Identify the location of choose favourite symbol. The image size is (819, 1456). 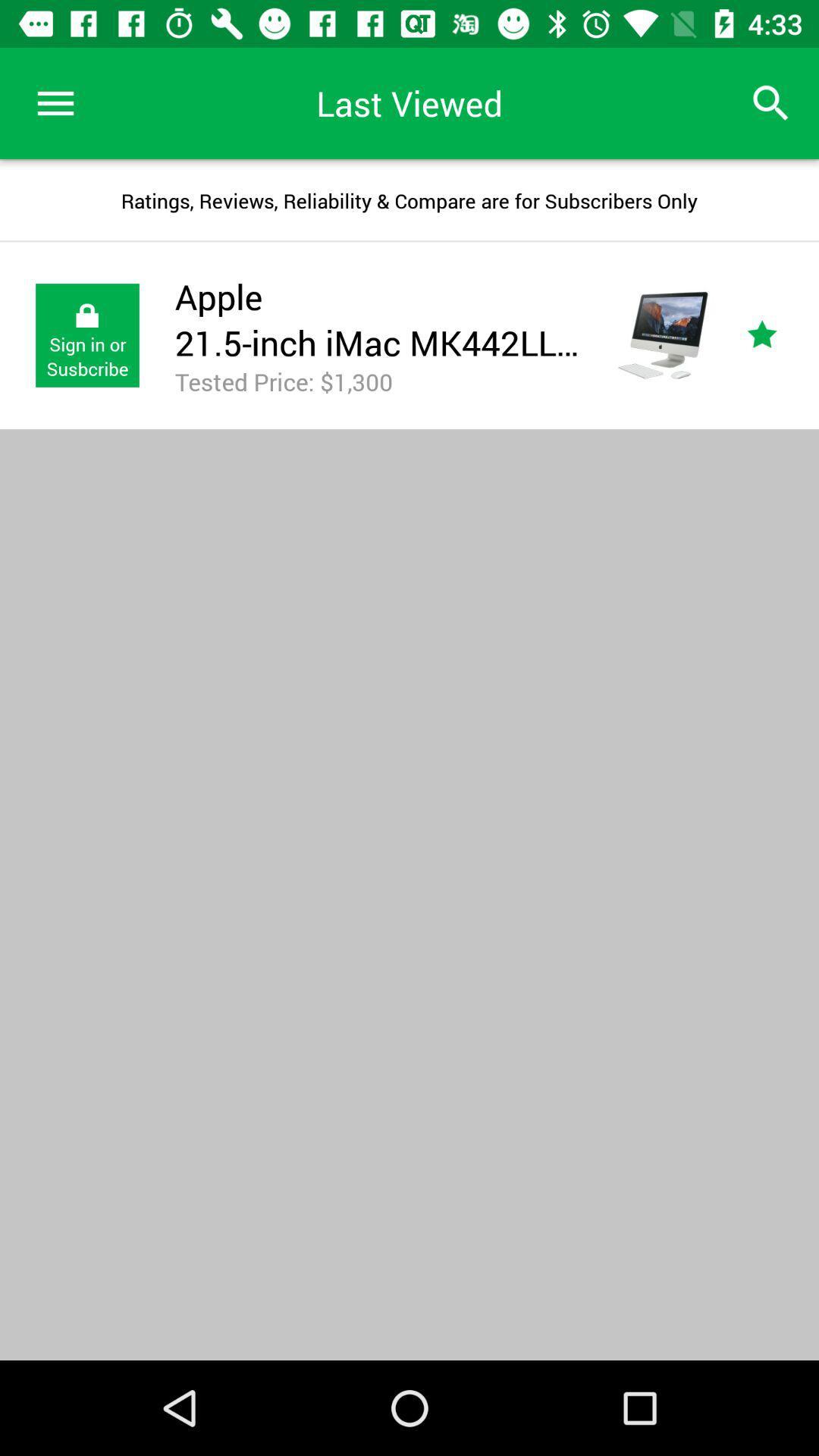
(779, 334).